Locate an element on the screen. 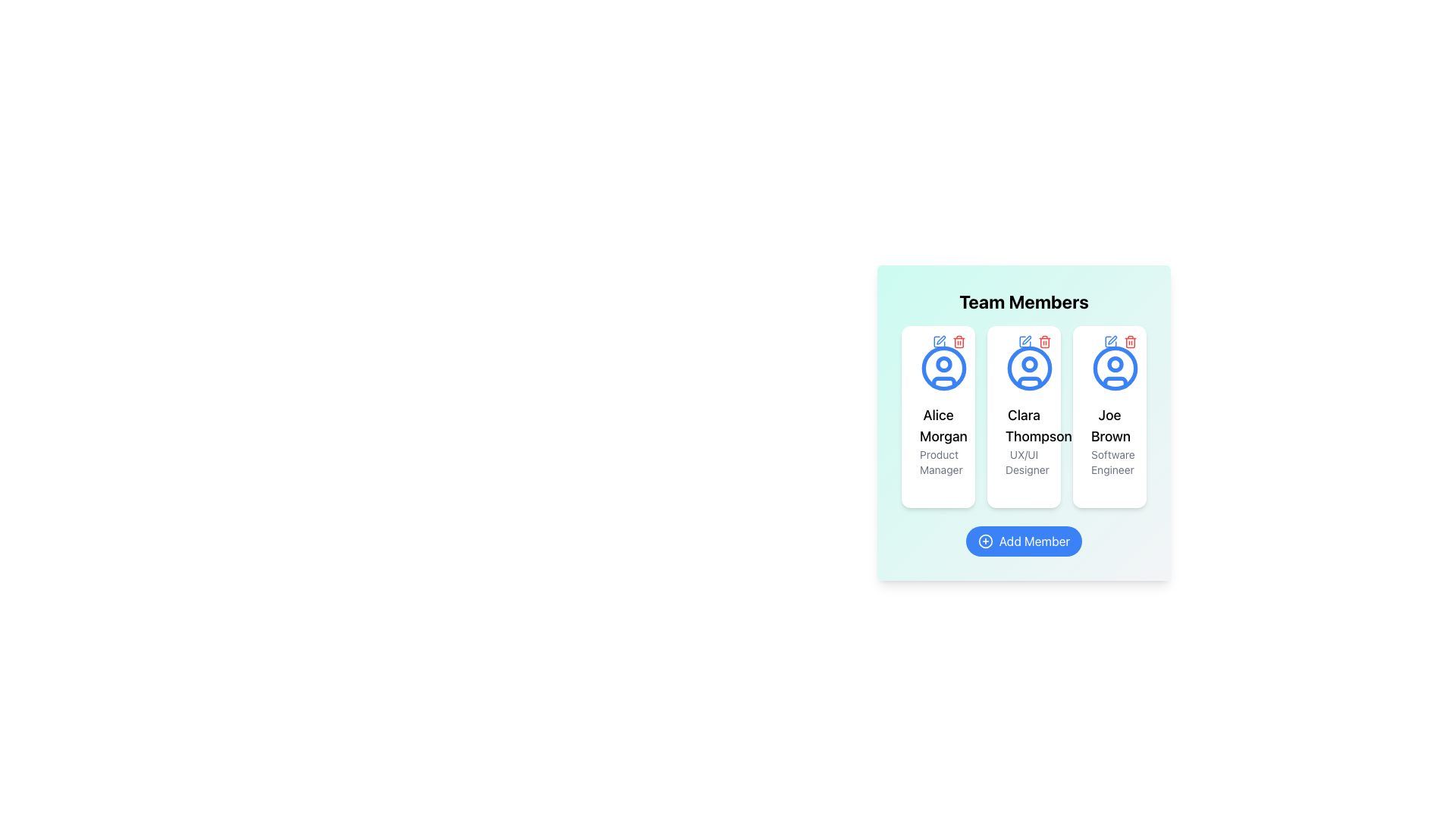 The width and height of the screenshot is (1456, 819). the text label displaying the role or title associated with the user 'Alice Morgan', located at the bottom section of the user card in the 'Team Members' section is located at coordinates (937, 461).